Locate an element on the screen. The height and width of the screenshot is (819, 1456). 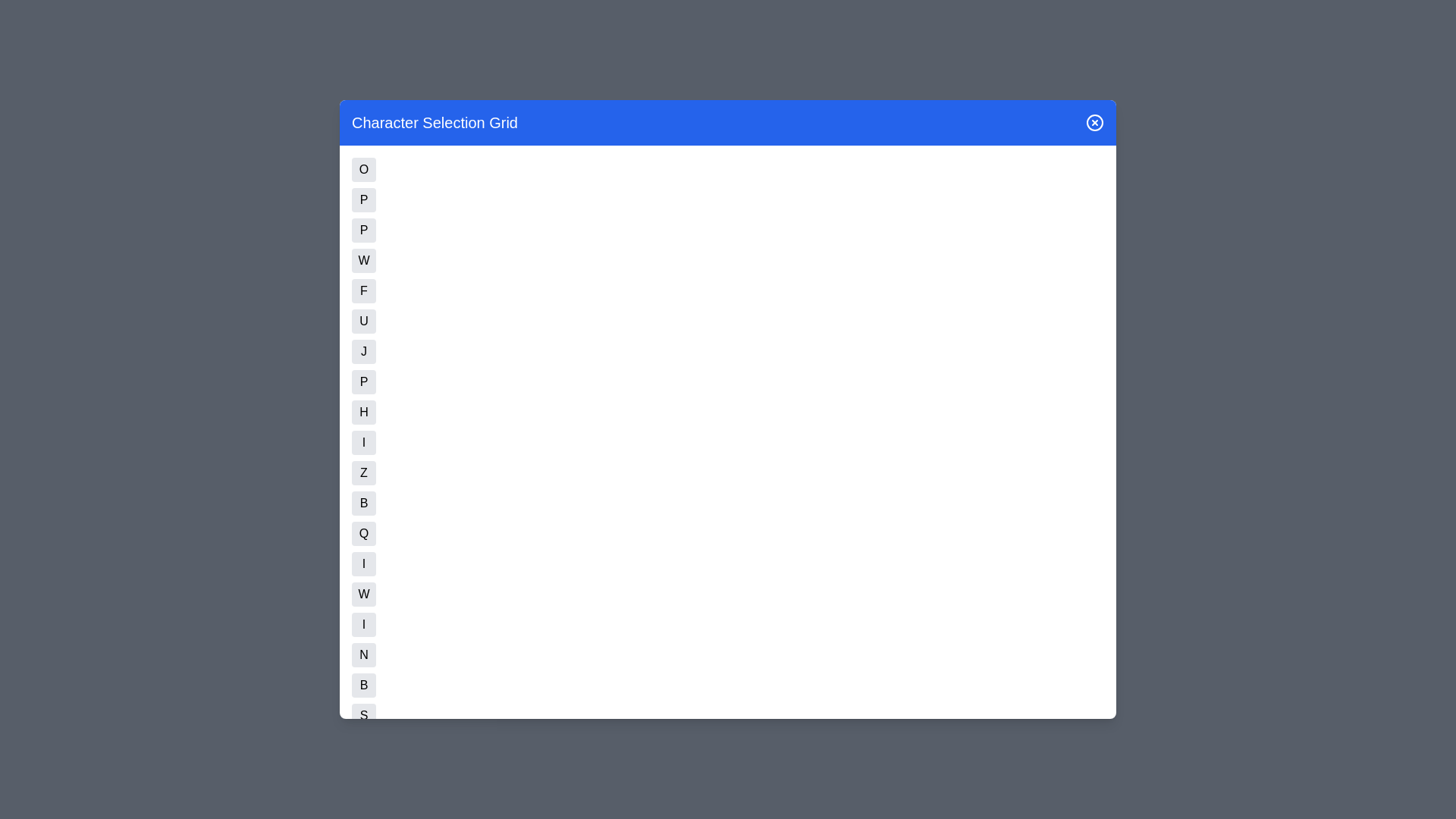
the button corresponding to character H is located at coordinates (364, 412).